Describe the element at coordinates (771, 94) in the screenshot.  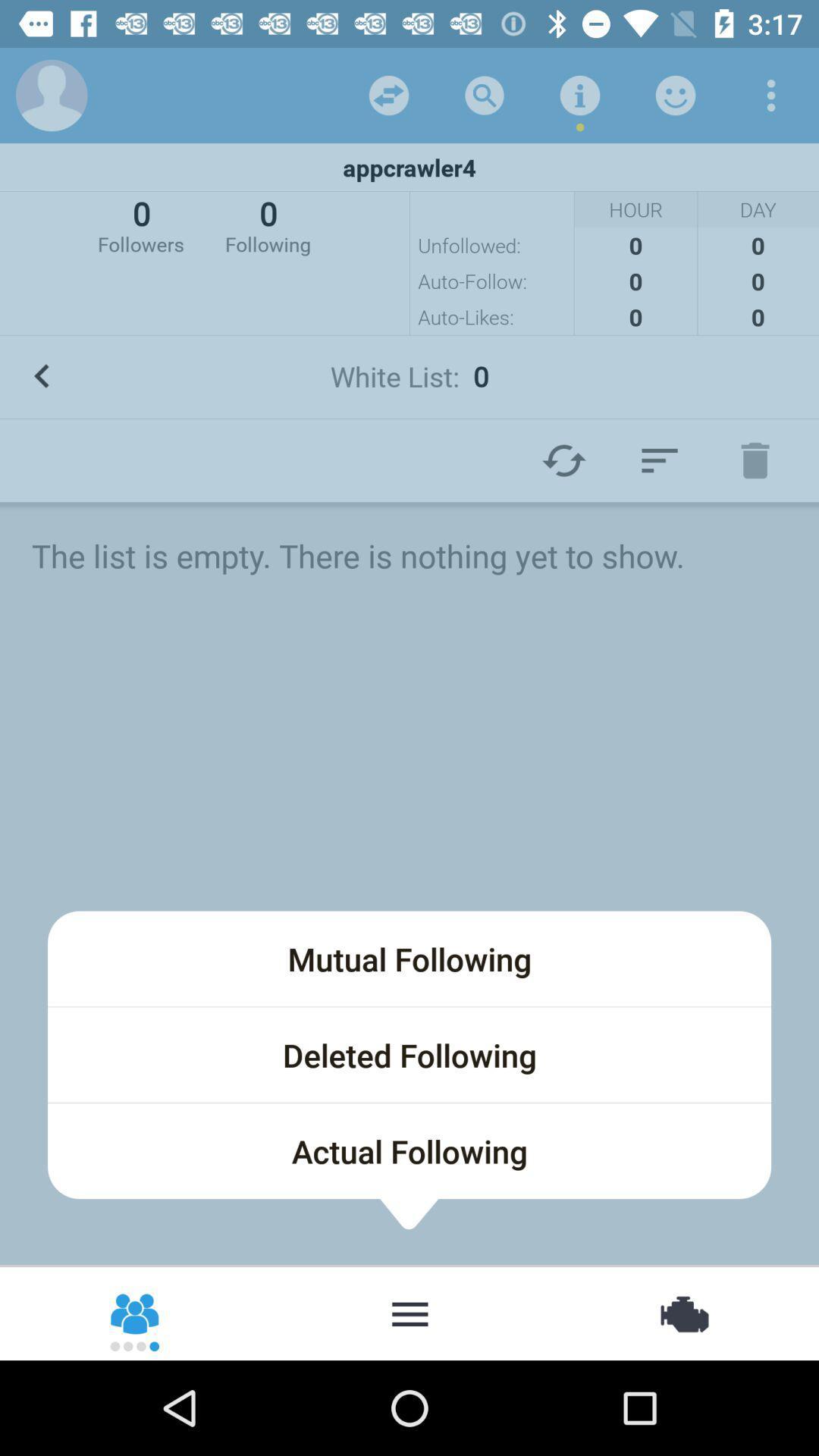
I see `more options` at that location.